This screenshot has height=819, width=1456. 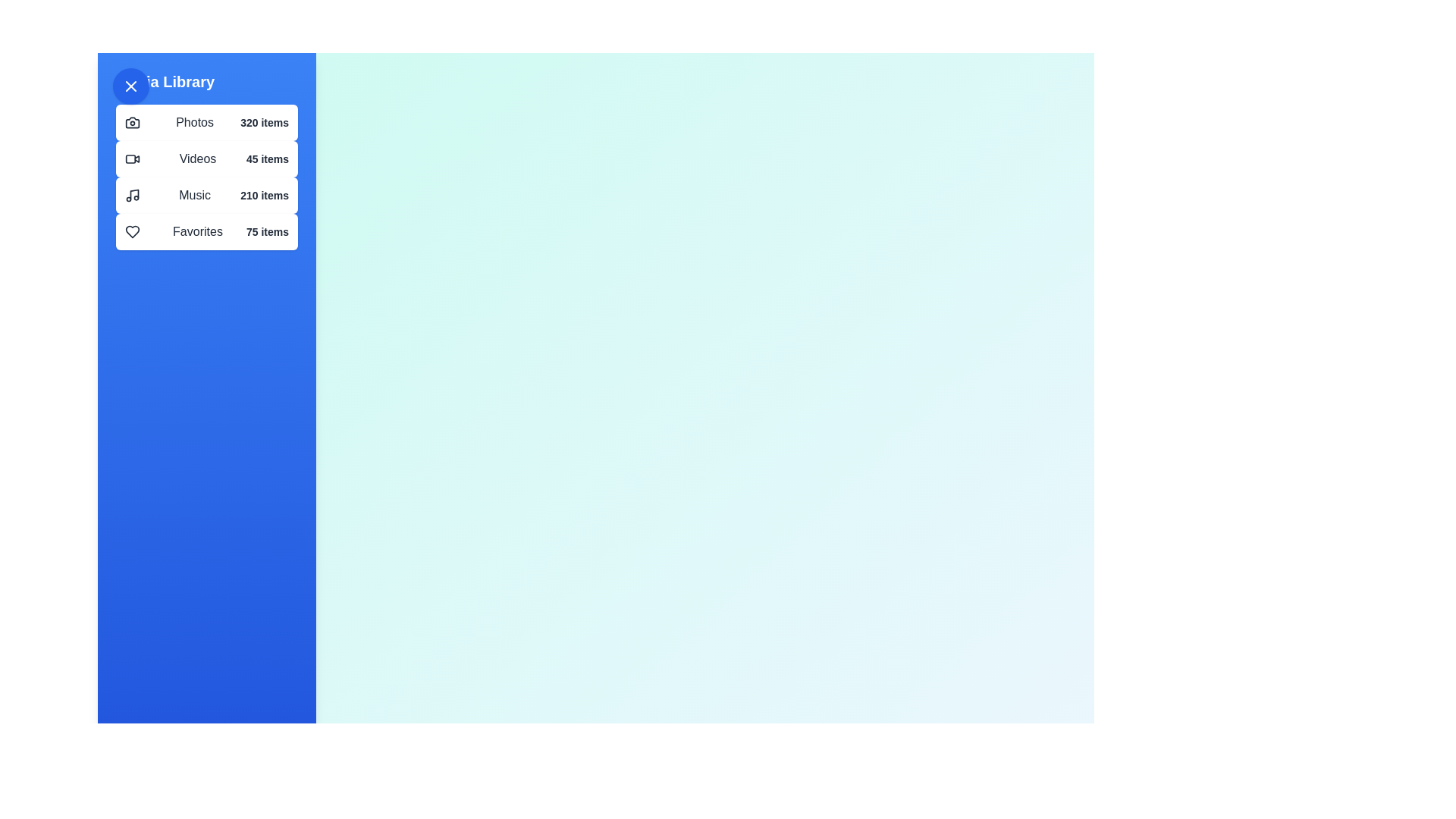 I want to click on the media category Favorites from the drawer, so click(x=206, y=231).